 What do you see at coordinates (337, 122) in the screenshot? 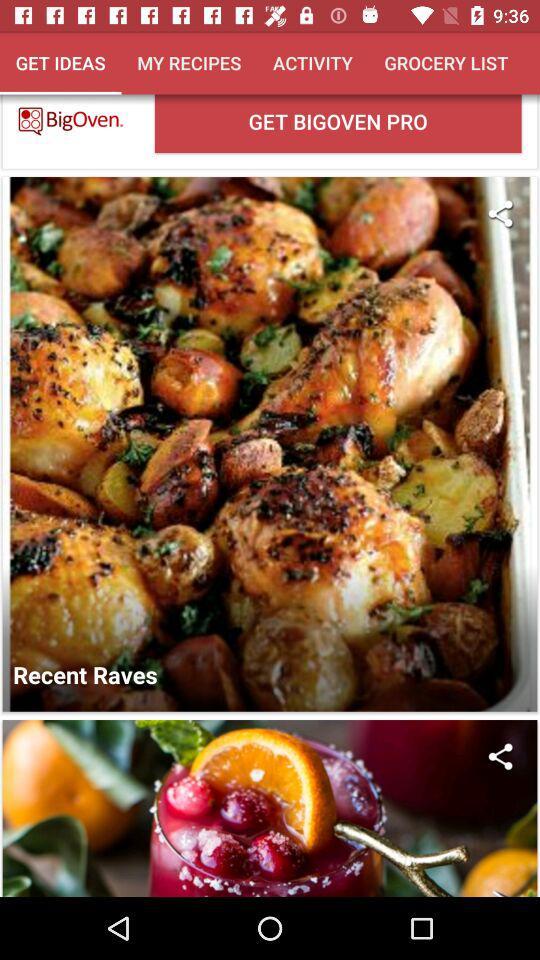
I see `the item below my recipes icon` at bounding box center [337, 122].